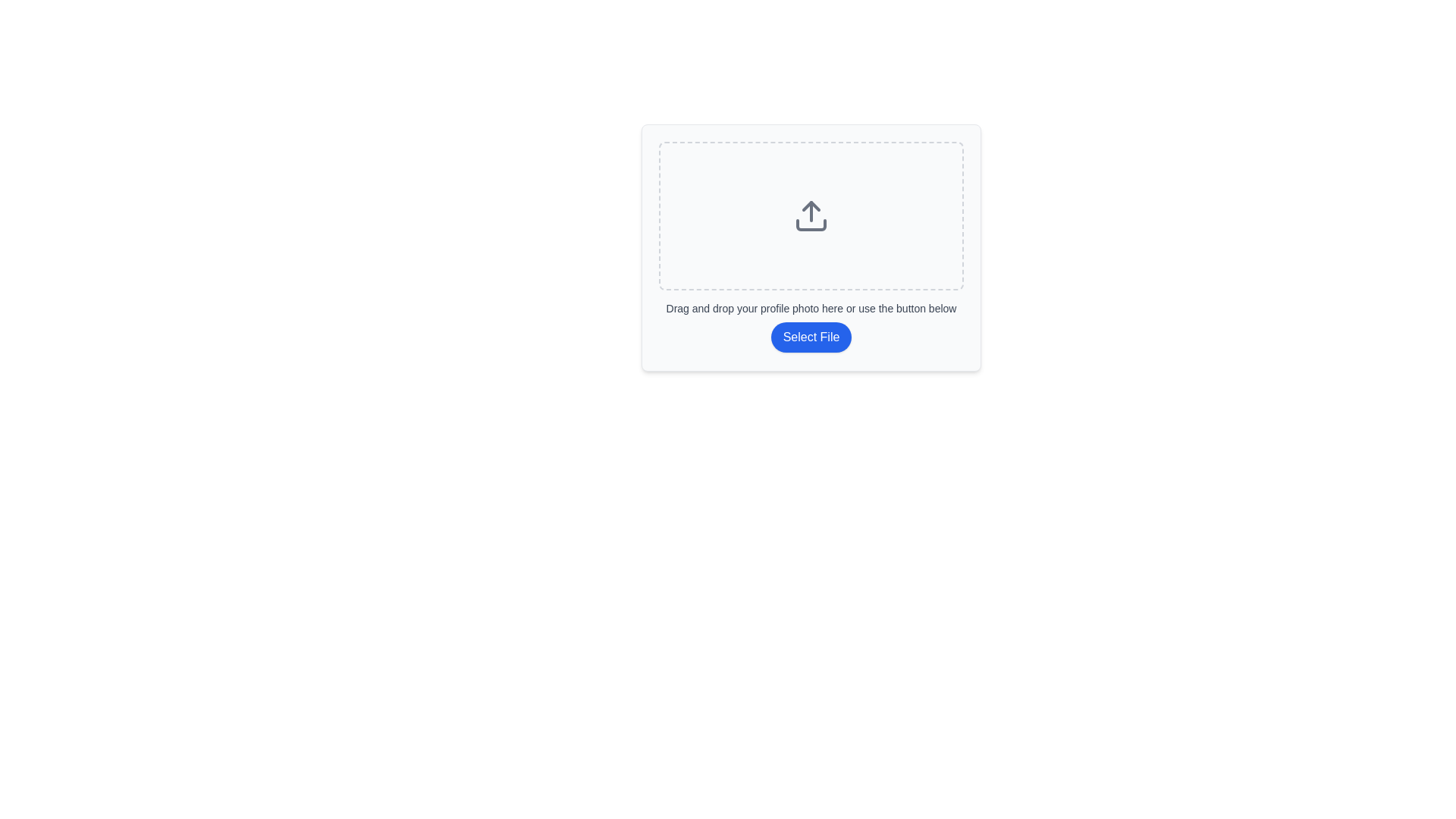  What do you see at coordinates (811, 225) in the screenshot?
I see `the bottom part of the upload icon, which visually represents the tray portion of the upload icon and is located at the center of the outlined box framing the upload section` at bounding box center [811, 225].